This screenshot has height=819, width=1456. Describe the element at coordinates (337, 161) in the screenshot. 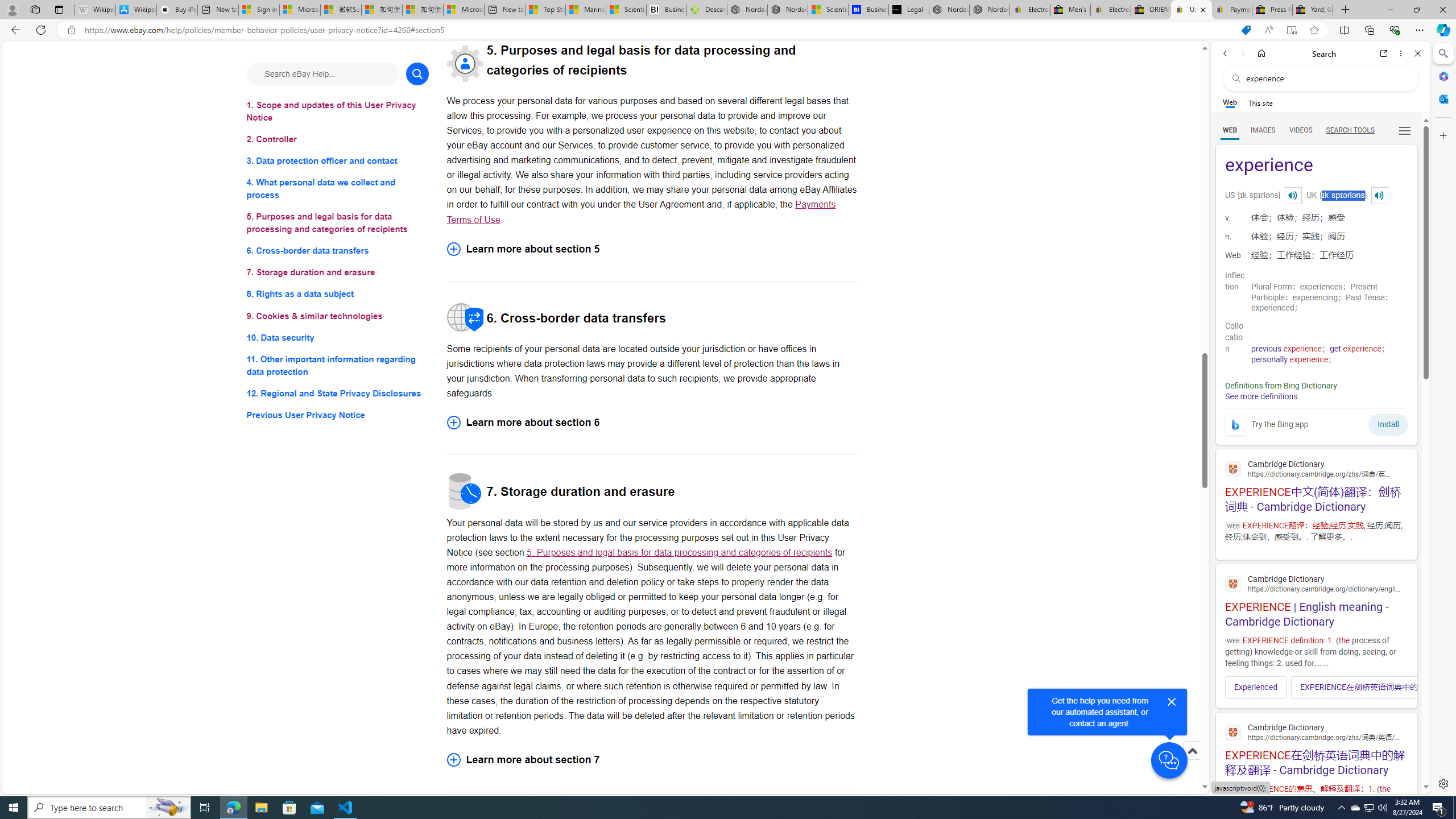

I see `'3. Data protection officer and contact'` at that location.